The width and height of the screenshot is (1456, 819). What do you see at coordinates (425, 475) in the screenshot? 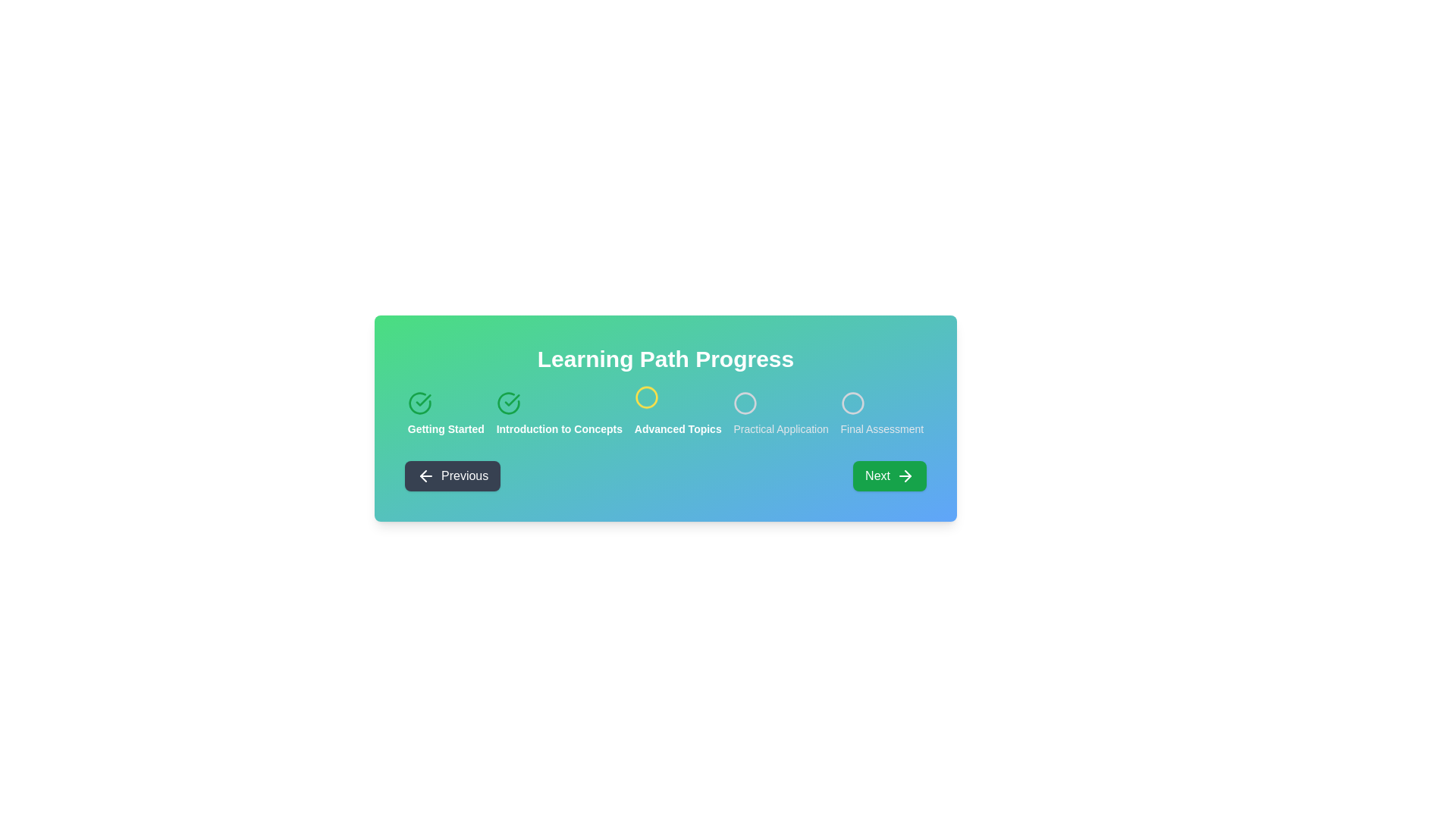
I see `the 'previous' icon located within the 'Previous' button at the bottom-left corner of the content card` at bounding box center [425, 475].